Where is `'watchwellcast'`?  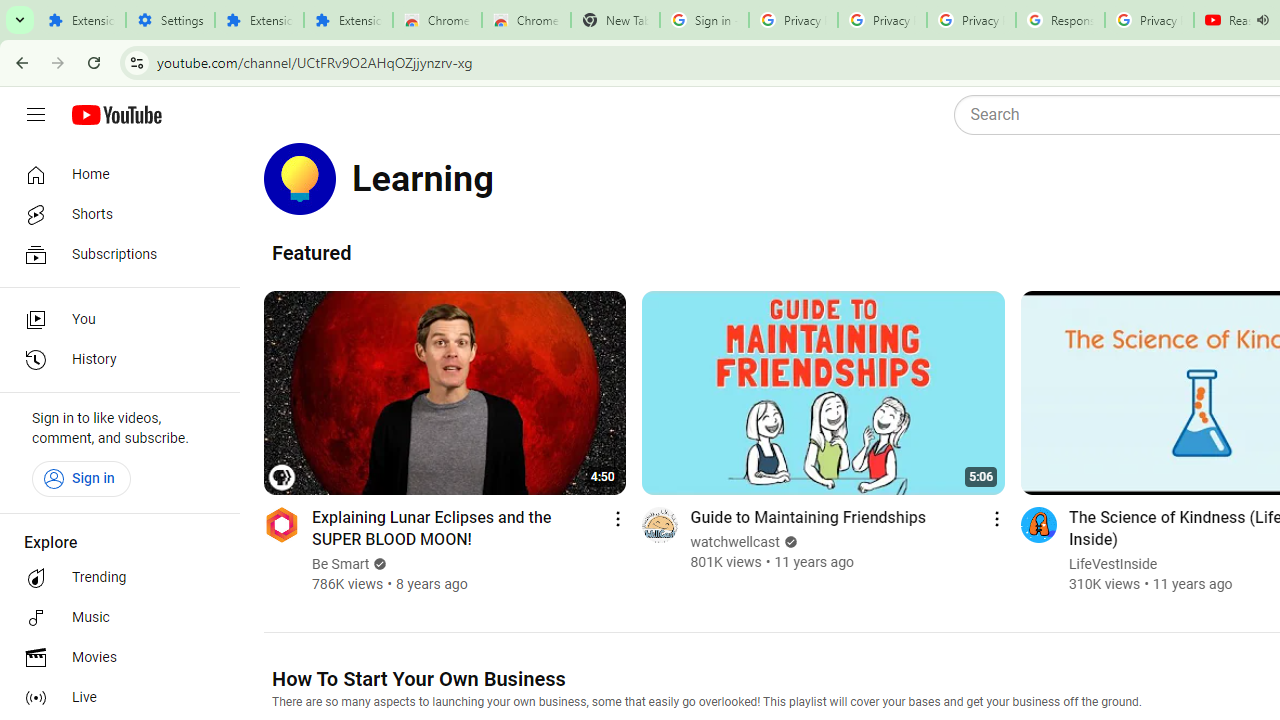
'watchwellcast' is located at coordinates (735, 542).